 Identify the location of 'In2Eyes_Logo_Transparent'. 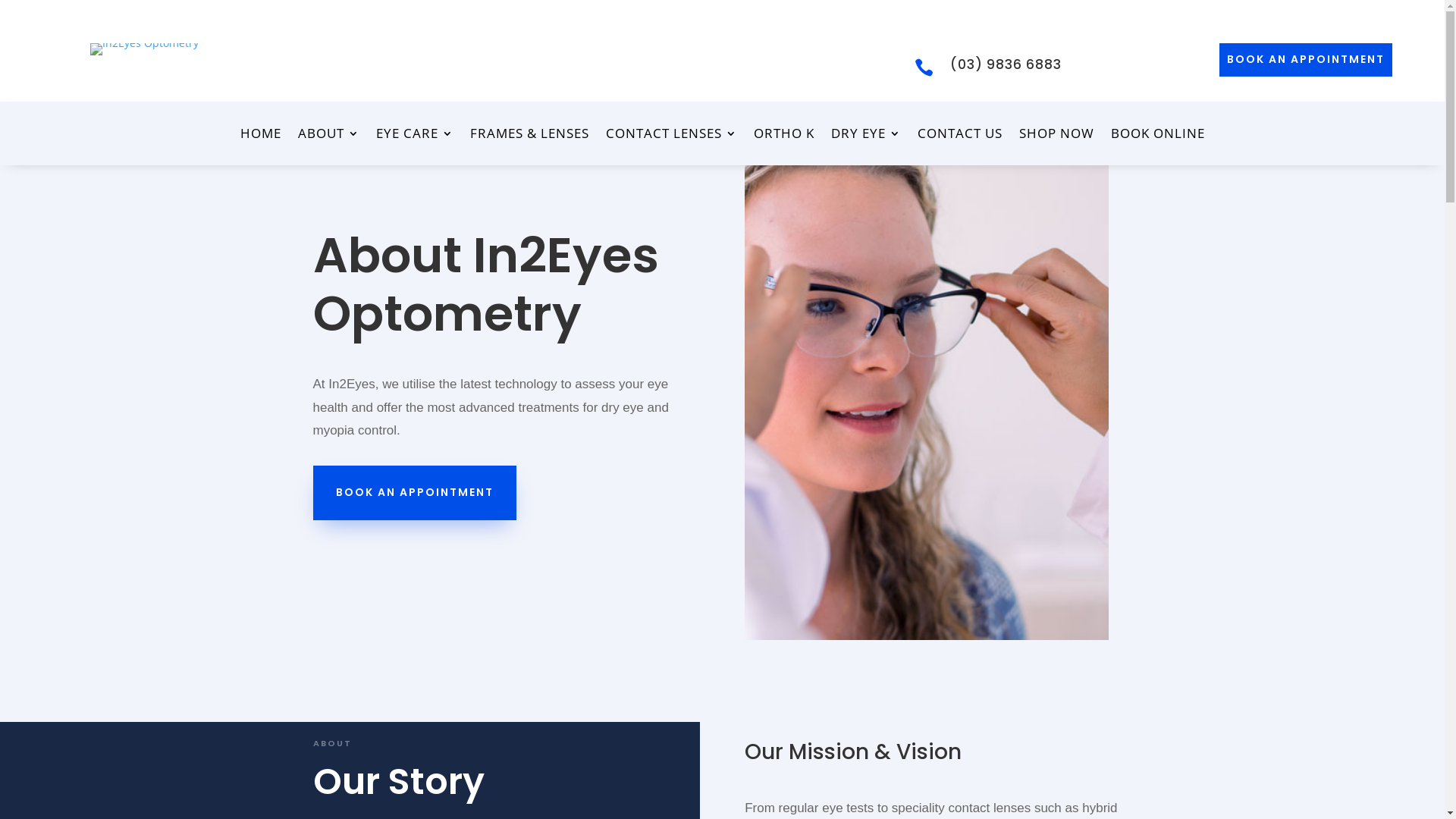
(144, 49).